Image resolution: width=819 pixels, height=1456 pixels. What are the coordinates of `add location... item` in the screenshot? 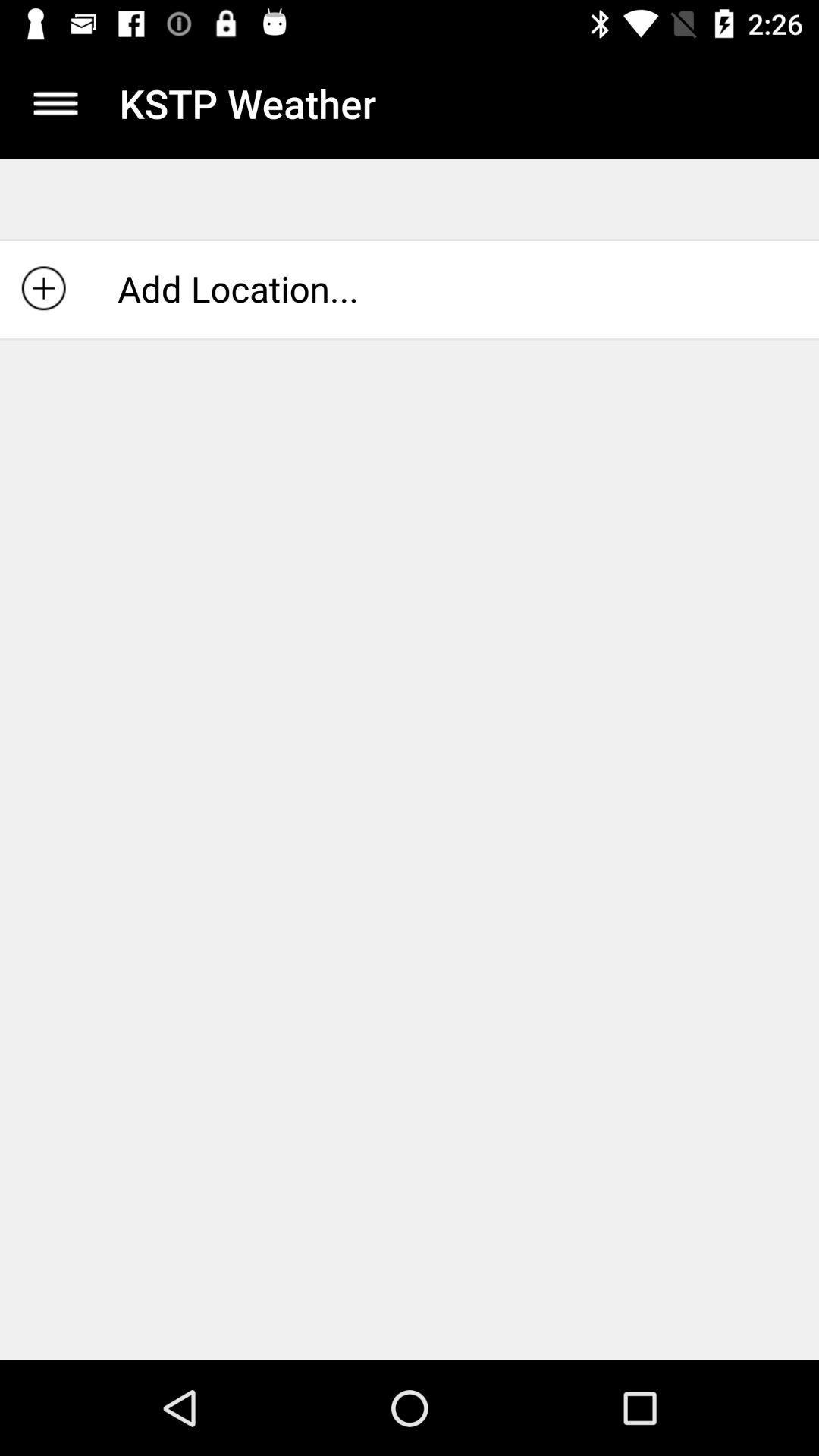 It's located at (409, 288).